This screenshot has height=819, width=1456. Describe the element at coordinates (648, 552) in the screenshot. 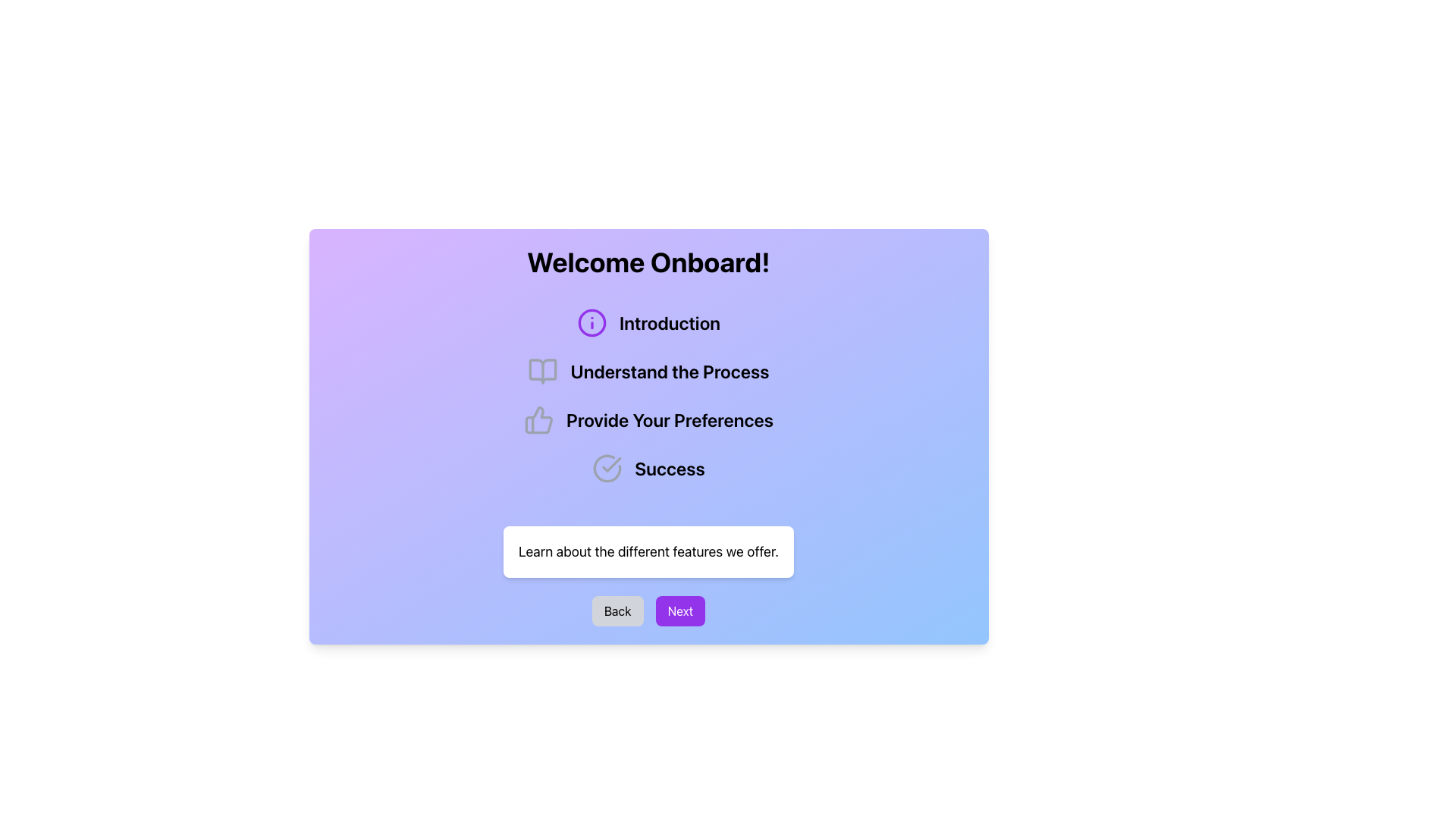

I see `text content from the Informational Text Box which contains the message: 'Learn about the different features we offer.'` at that location.